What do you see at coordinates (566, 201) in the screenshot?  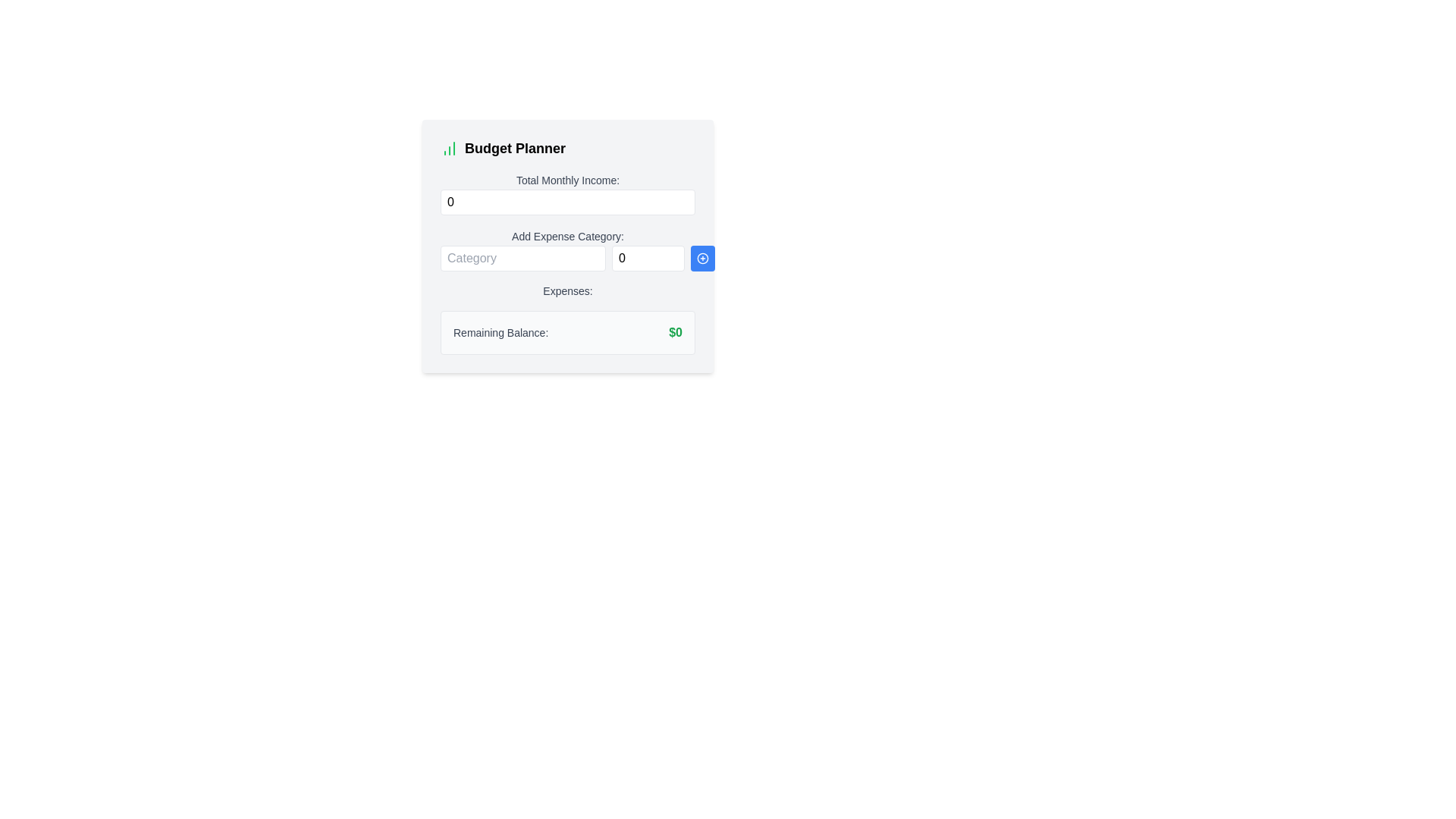 I see `the input field for total monthly income` at bounding box center [566, 201].